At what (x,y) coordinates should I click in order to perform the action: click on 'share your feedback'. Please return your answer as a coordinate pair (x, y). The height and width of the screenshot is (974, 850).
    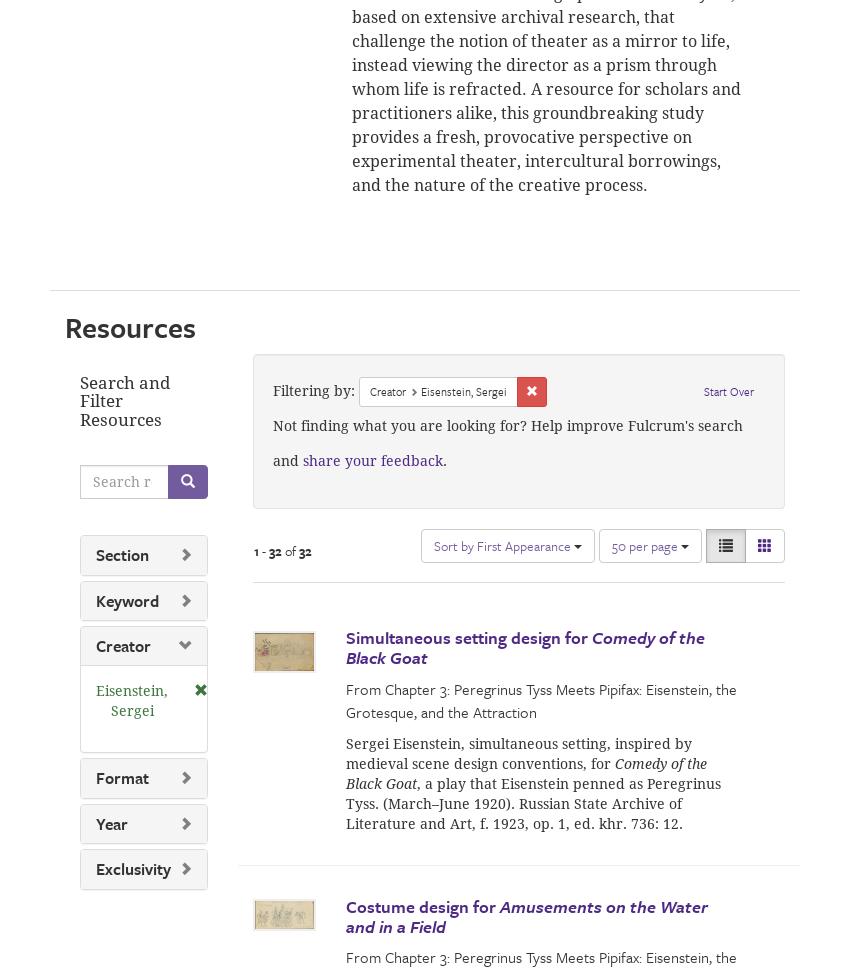
    Looking at the image, I should click on (370, 459).